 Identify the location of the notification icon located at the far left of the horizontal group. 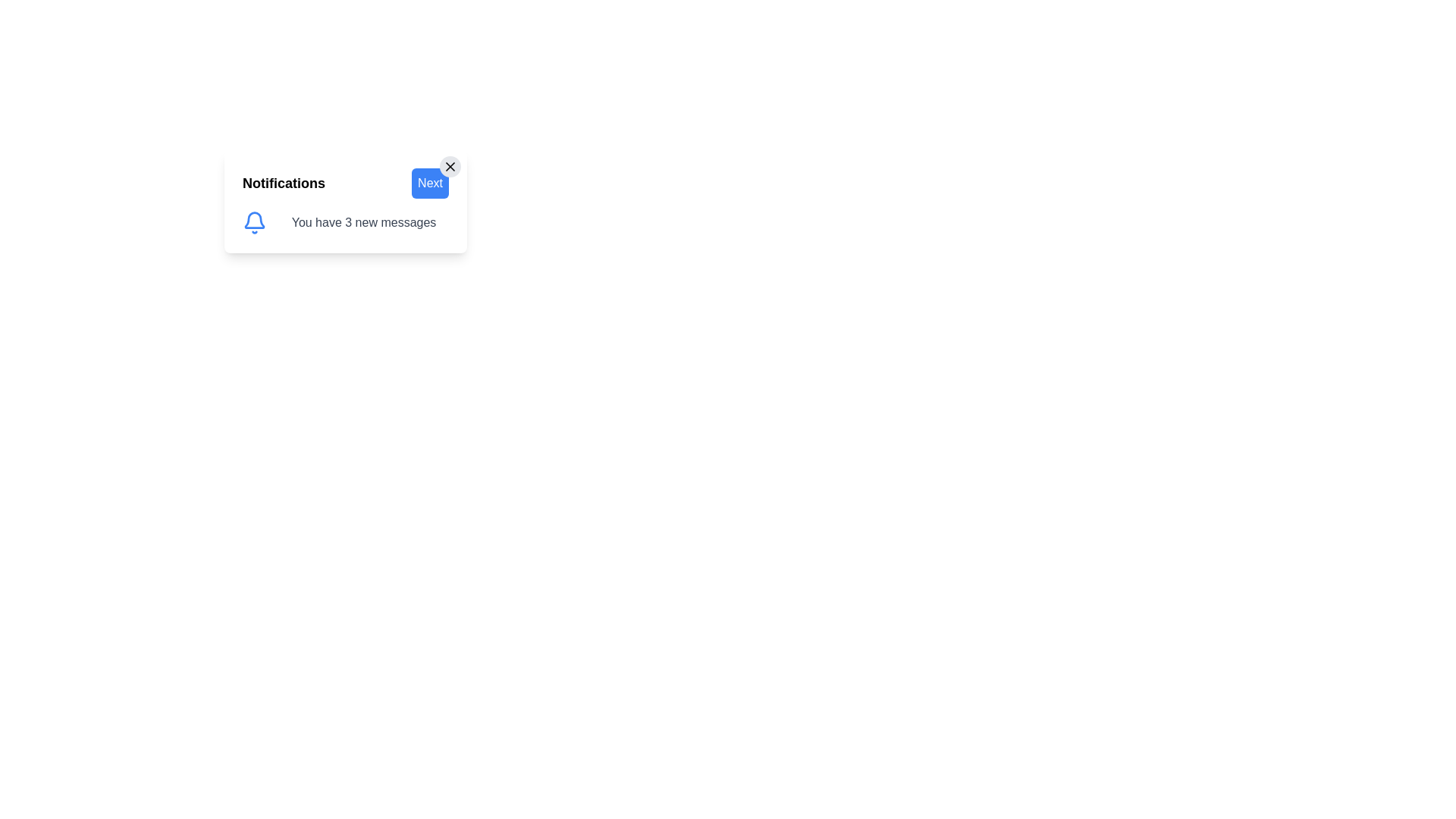
(255, 222).